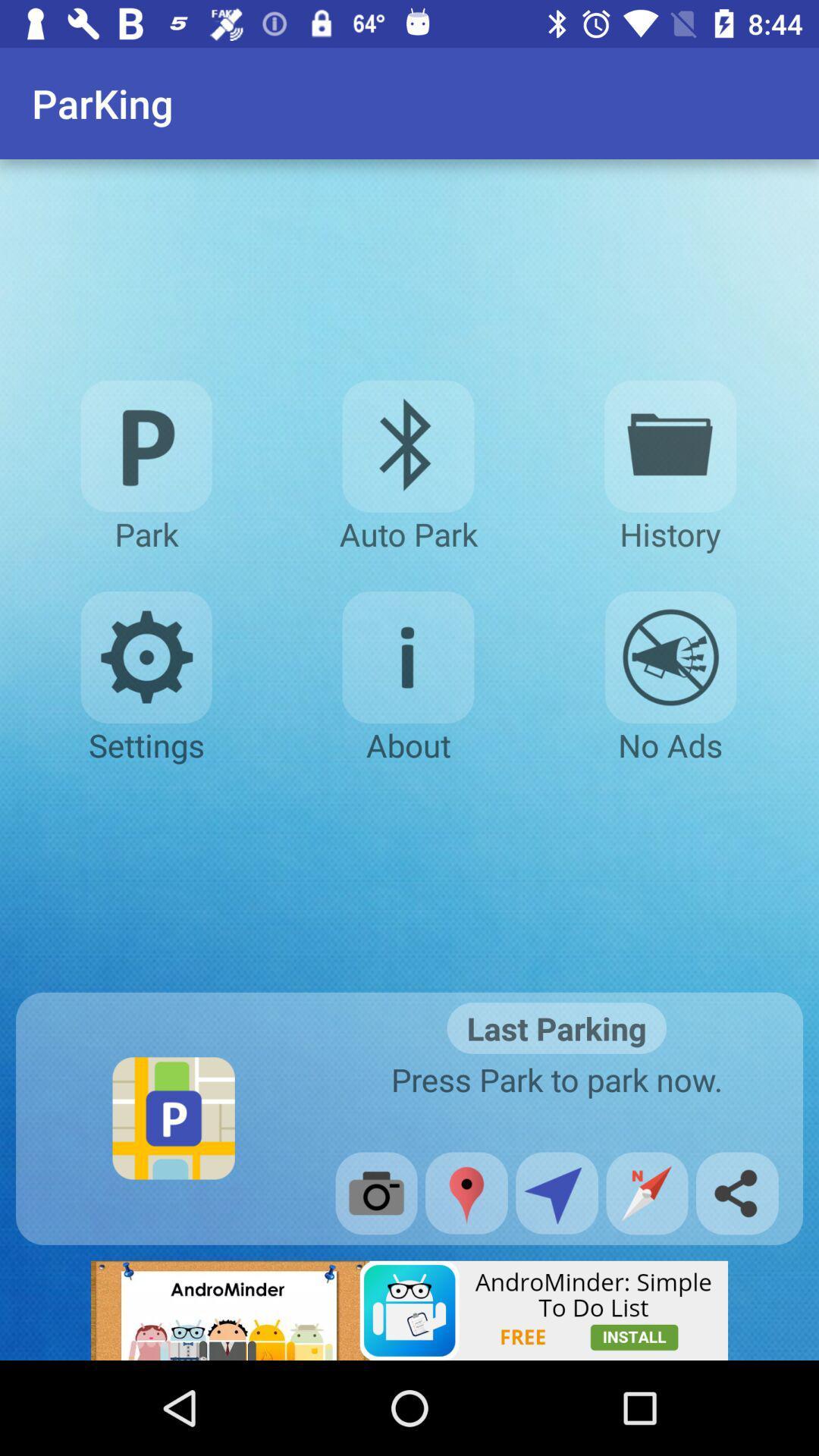 The image size is (819, 1456). Describe the element at coordinates (375, 1192) in the screenshot. I see `to camera option` at that location.